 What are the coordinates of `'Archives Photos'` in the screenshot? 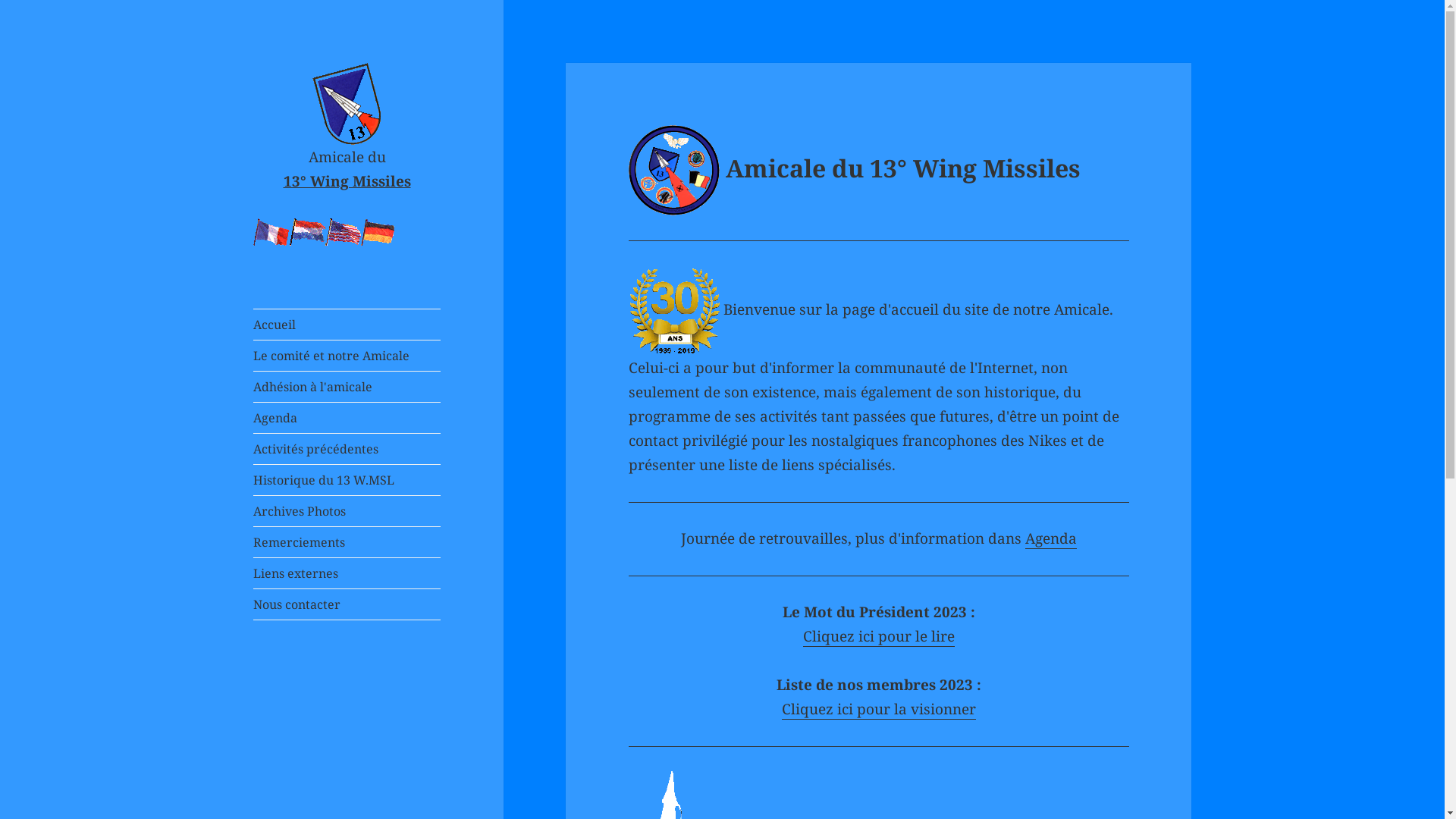 It's located at (346, 511).